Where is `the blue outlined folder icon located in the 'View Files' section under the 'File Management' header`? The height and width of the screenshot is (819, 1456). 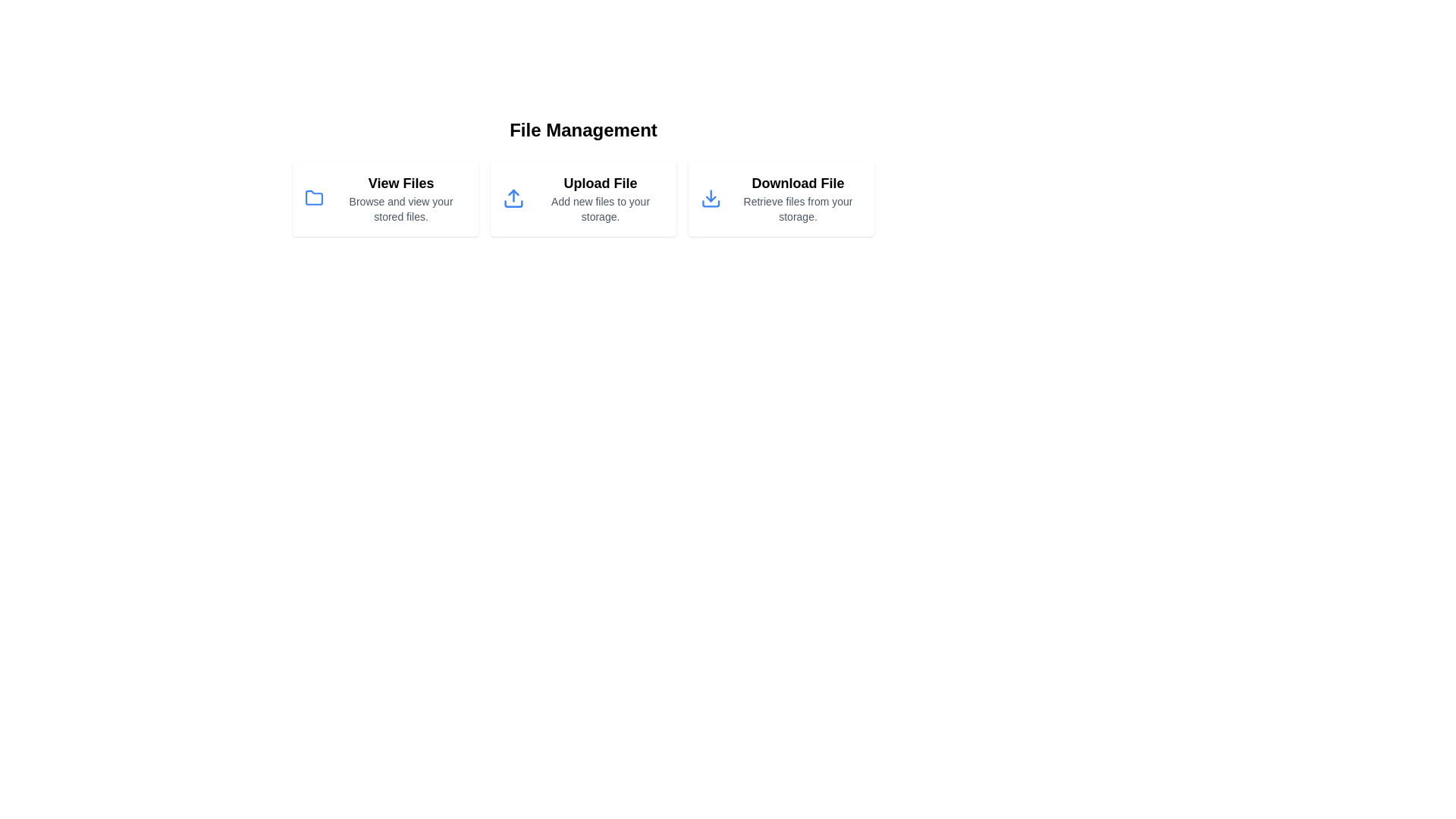 the blue outlined folder icon located in the 'View Files' section under the 'File Management' header is located at coordinates (312, 197).